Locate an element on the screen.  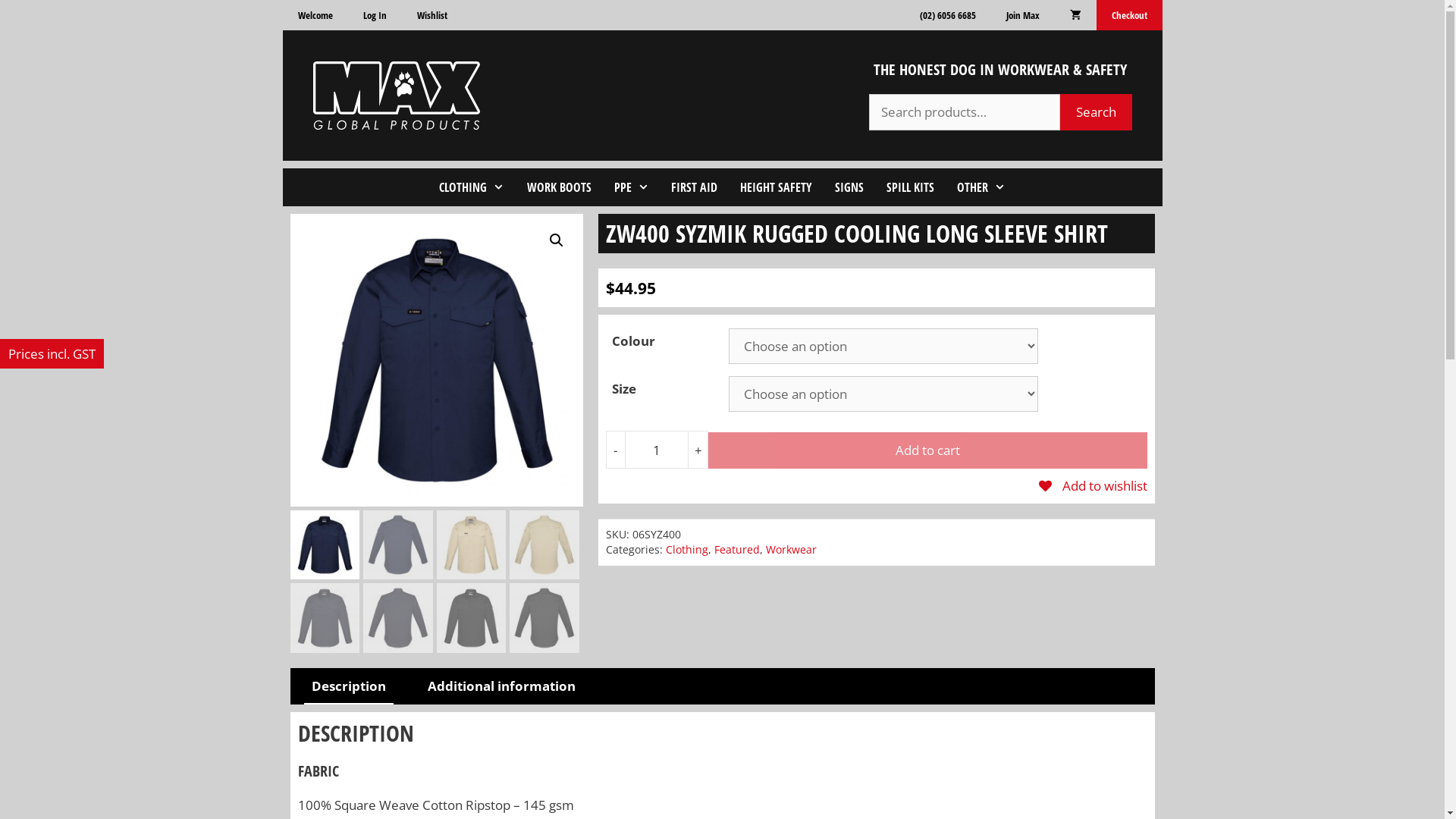
'Max Global Products' is located at coordinates (396, 96).